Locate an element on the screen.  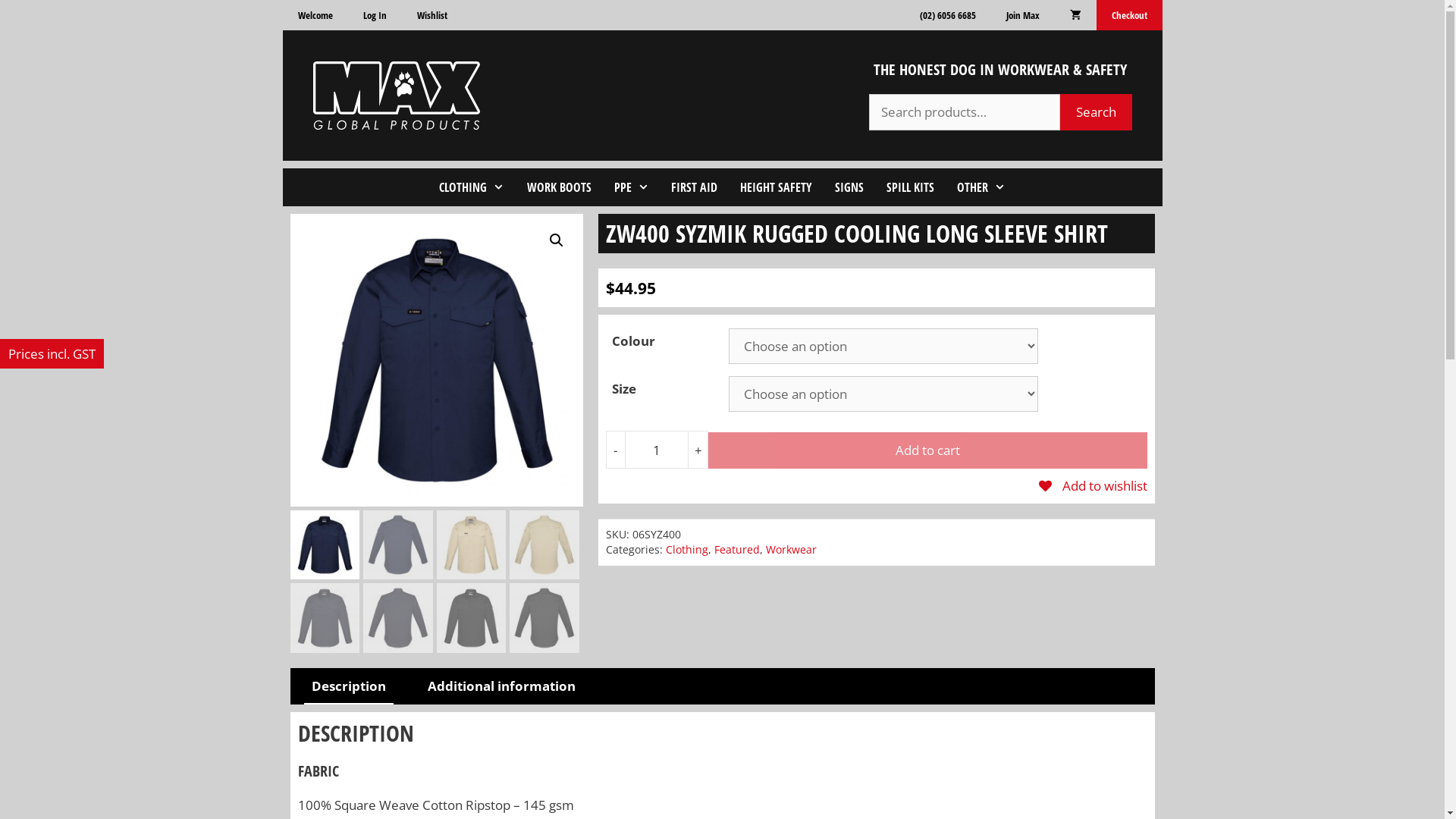
'Max Global Products' is located at coordinates (396, 96).